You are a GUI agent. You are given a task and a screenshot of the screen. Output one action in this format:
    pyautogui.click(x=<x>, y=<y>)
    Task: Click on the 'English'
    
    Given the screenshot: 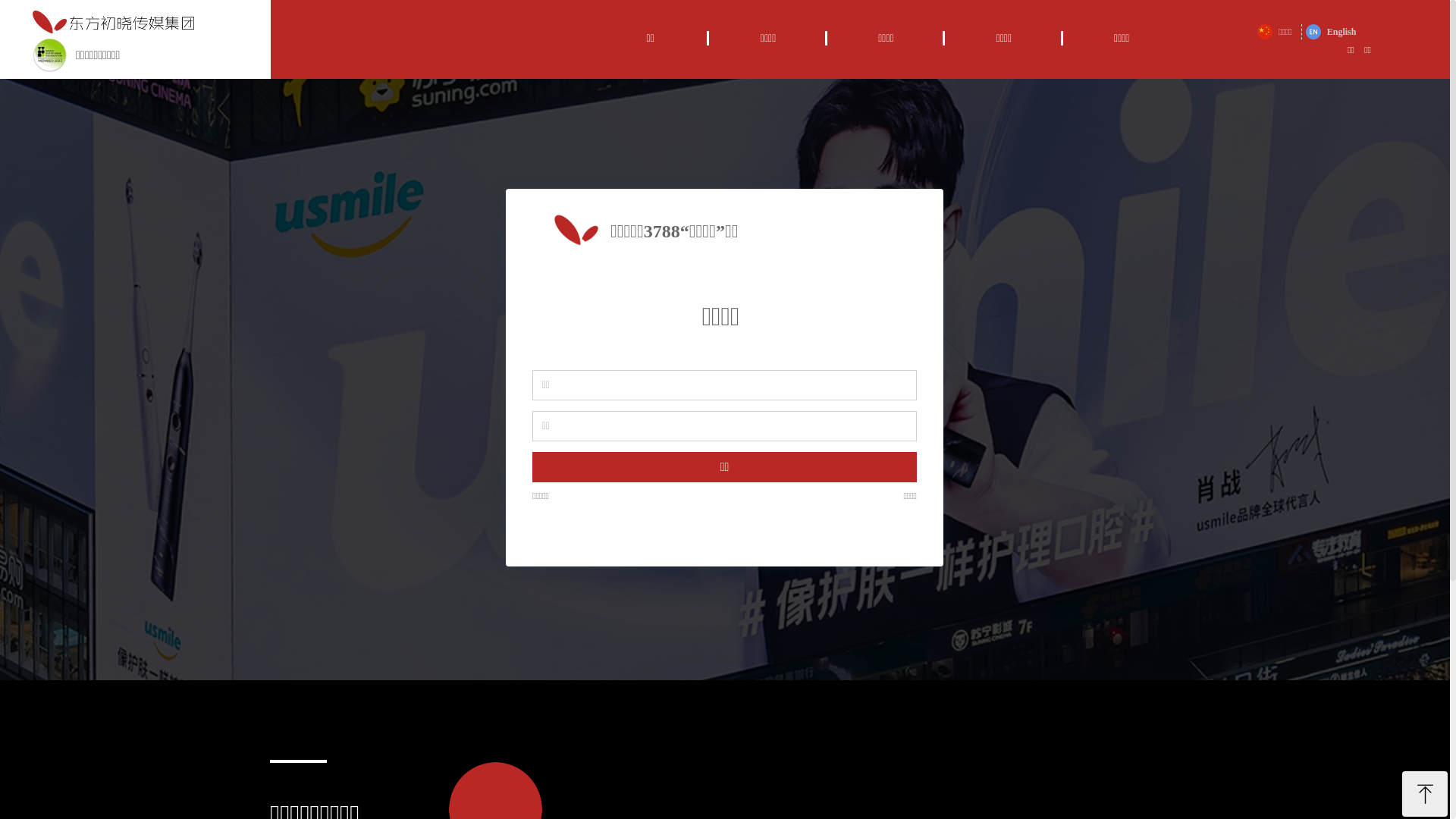 What is the action you would take?
    pyautogui.click(x=1330, y=32)
    